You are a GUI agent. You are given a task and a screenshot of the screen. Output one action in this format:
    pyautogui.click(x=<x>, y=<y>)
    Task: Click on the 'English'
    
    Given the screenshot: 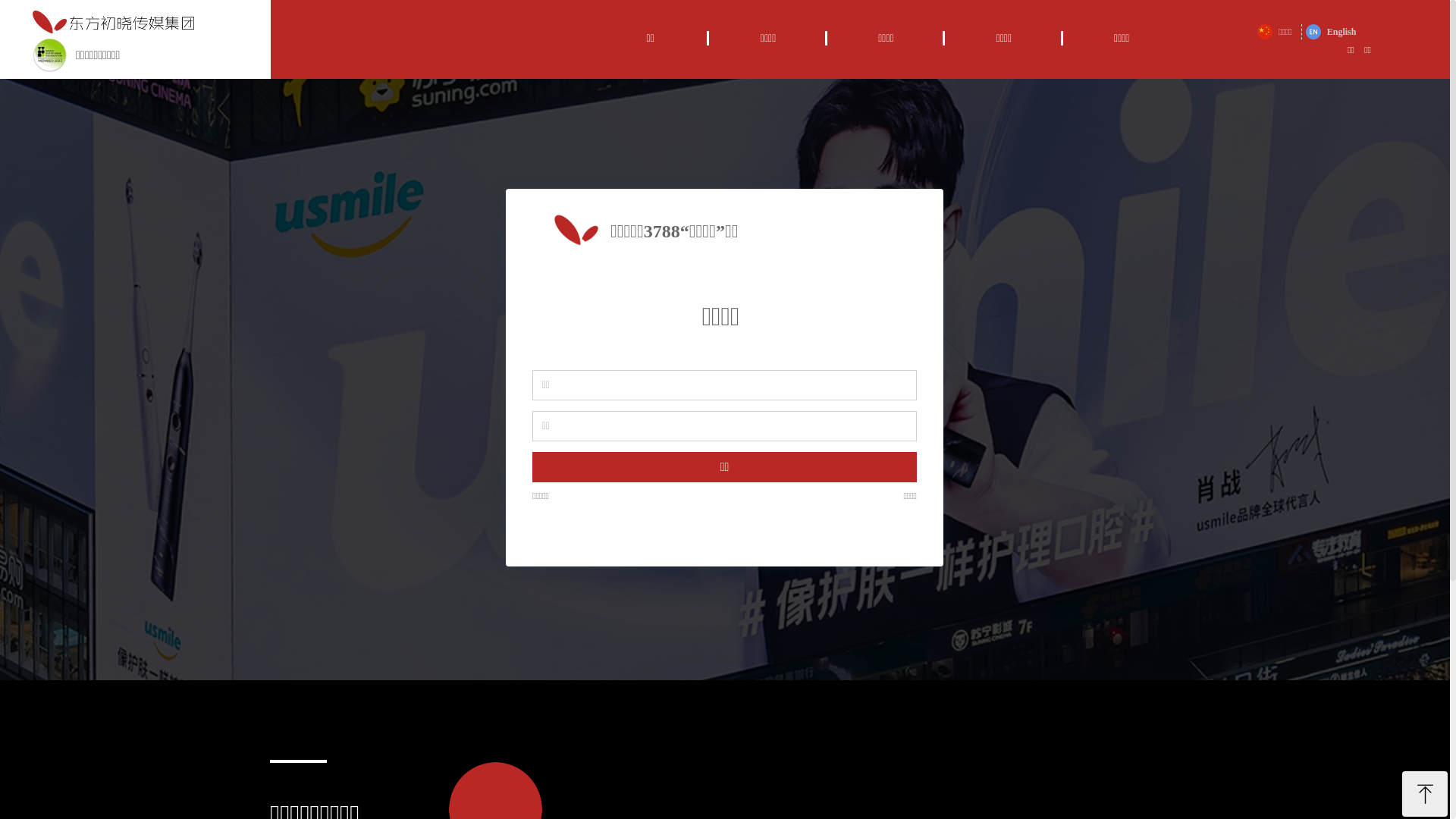 What is the action you would take?
    pyautogui.click(x=1330, y=32)
    